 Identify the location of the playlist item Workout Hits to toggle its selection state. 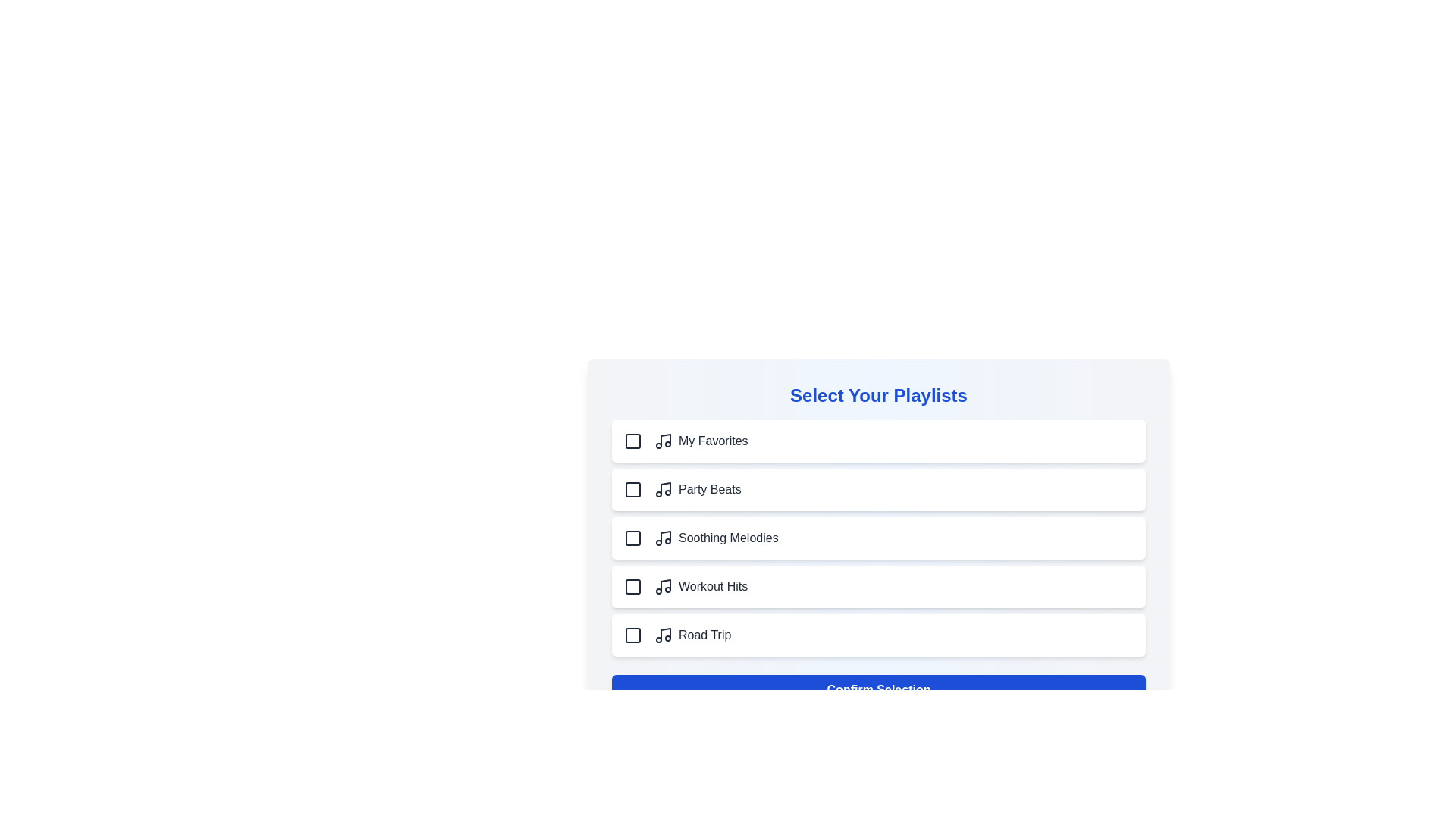
(878, 586).